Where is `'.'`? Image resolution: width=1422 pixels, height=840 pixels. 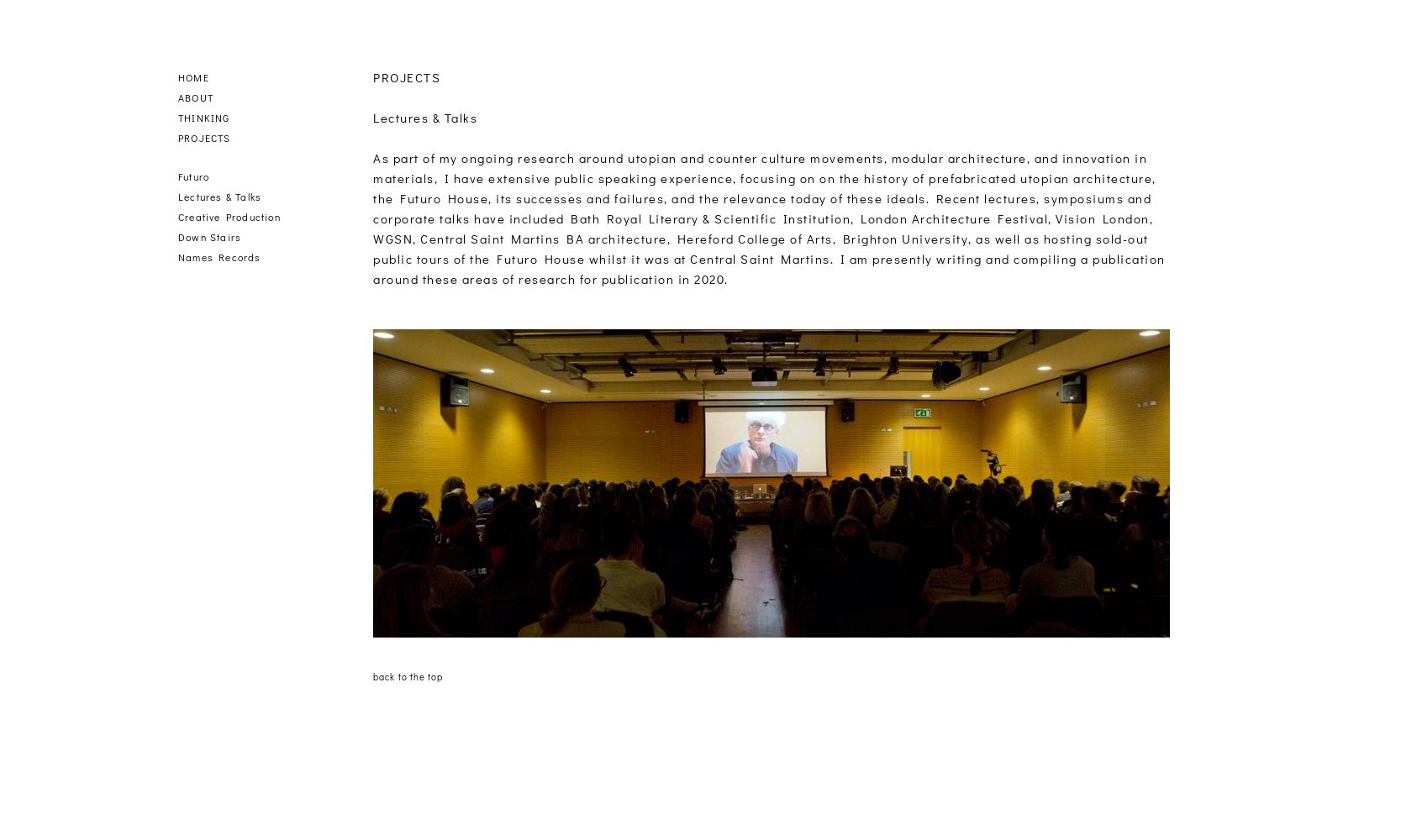 '.' is located at coordinates (724, 278).